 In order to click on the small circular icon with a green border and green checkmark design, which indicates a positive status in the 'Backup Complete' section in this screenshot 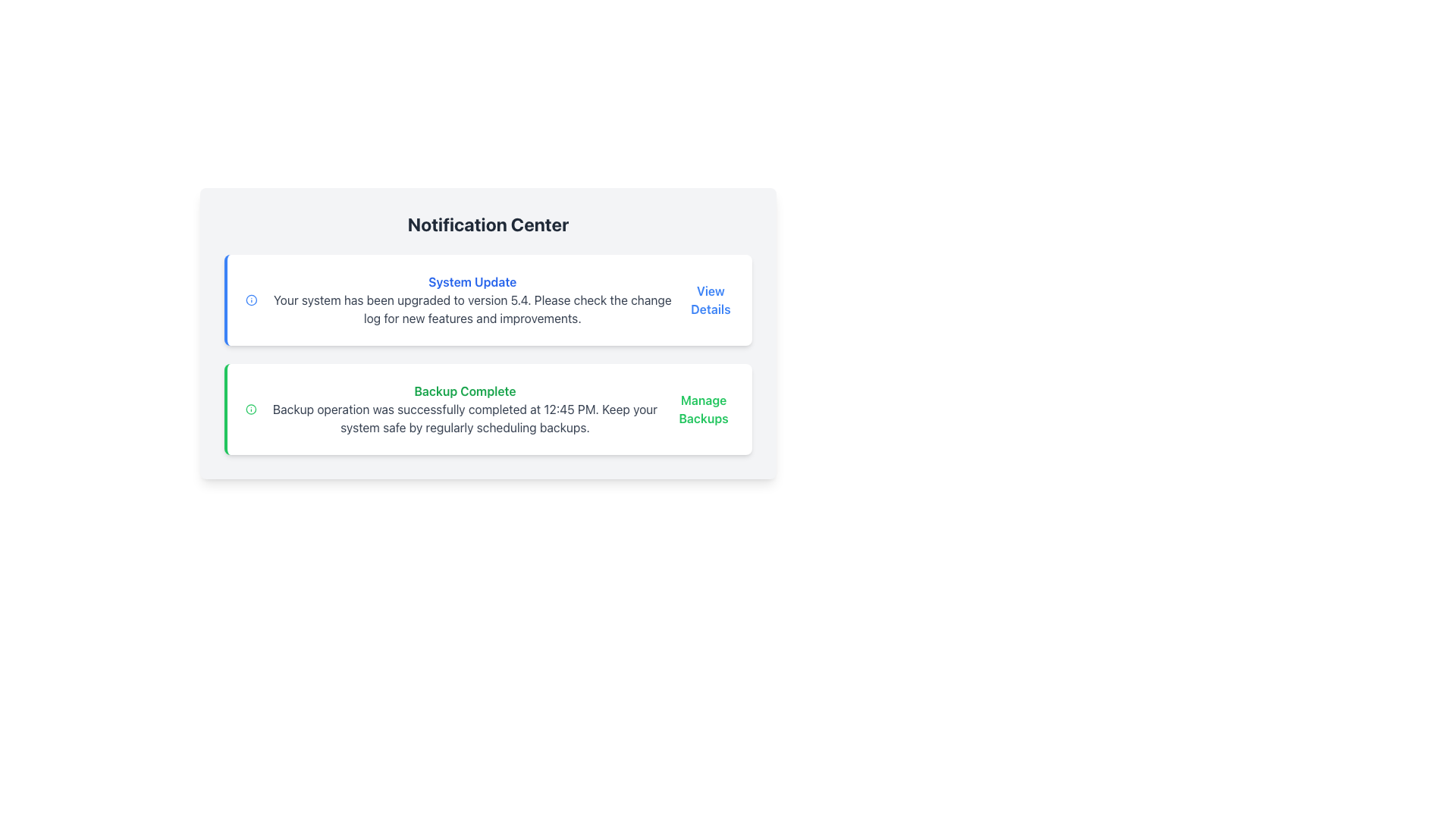, I will do `click(251, 409)`.